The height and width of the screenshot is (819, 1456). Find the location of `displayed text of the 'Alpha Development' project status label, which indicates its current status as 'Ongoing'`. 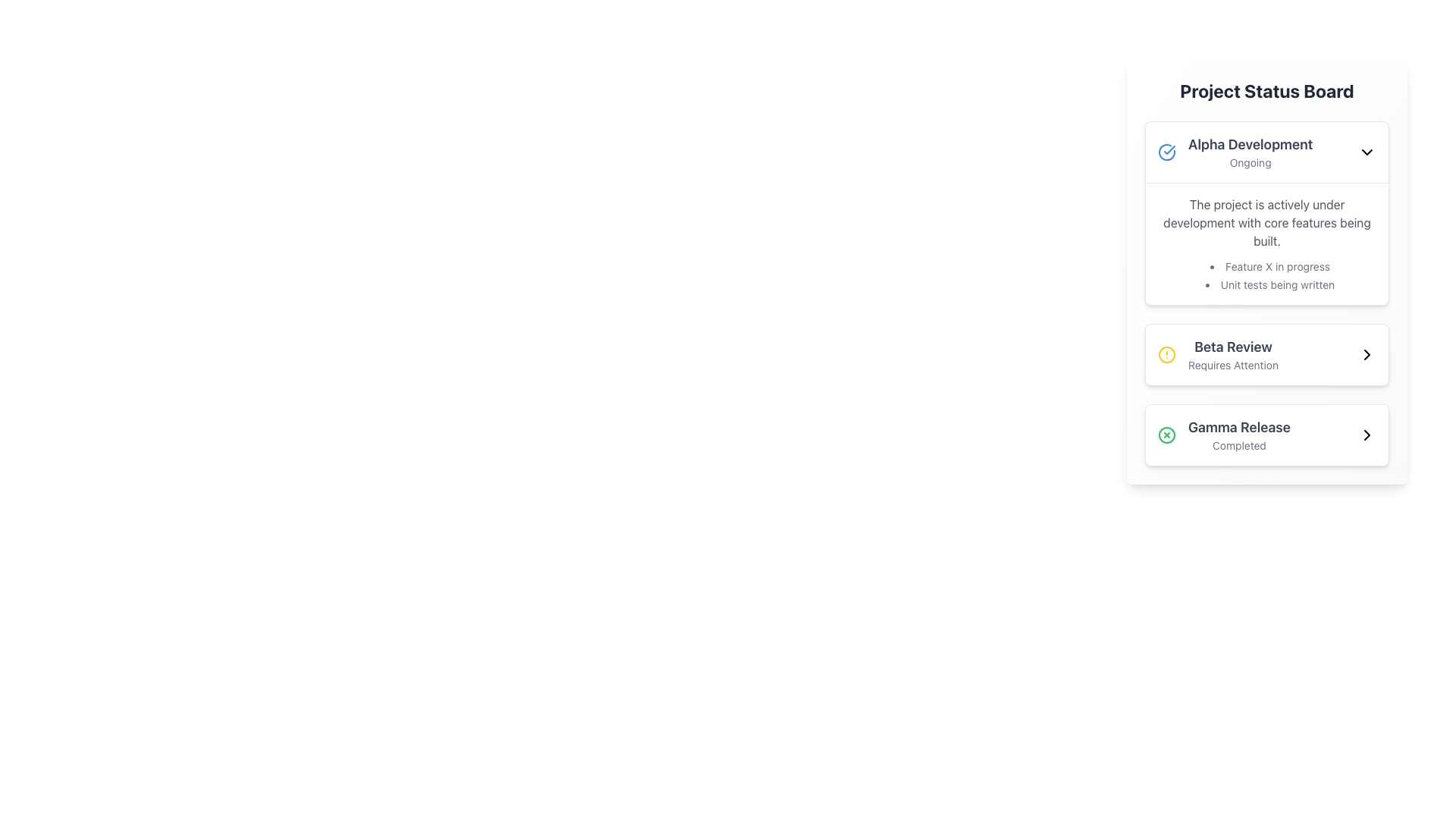

displayed text of the 'Alpha Development' project status label, which indicates its current status as 'Ongoing' is located at coordinates (1235, 152).